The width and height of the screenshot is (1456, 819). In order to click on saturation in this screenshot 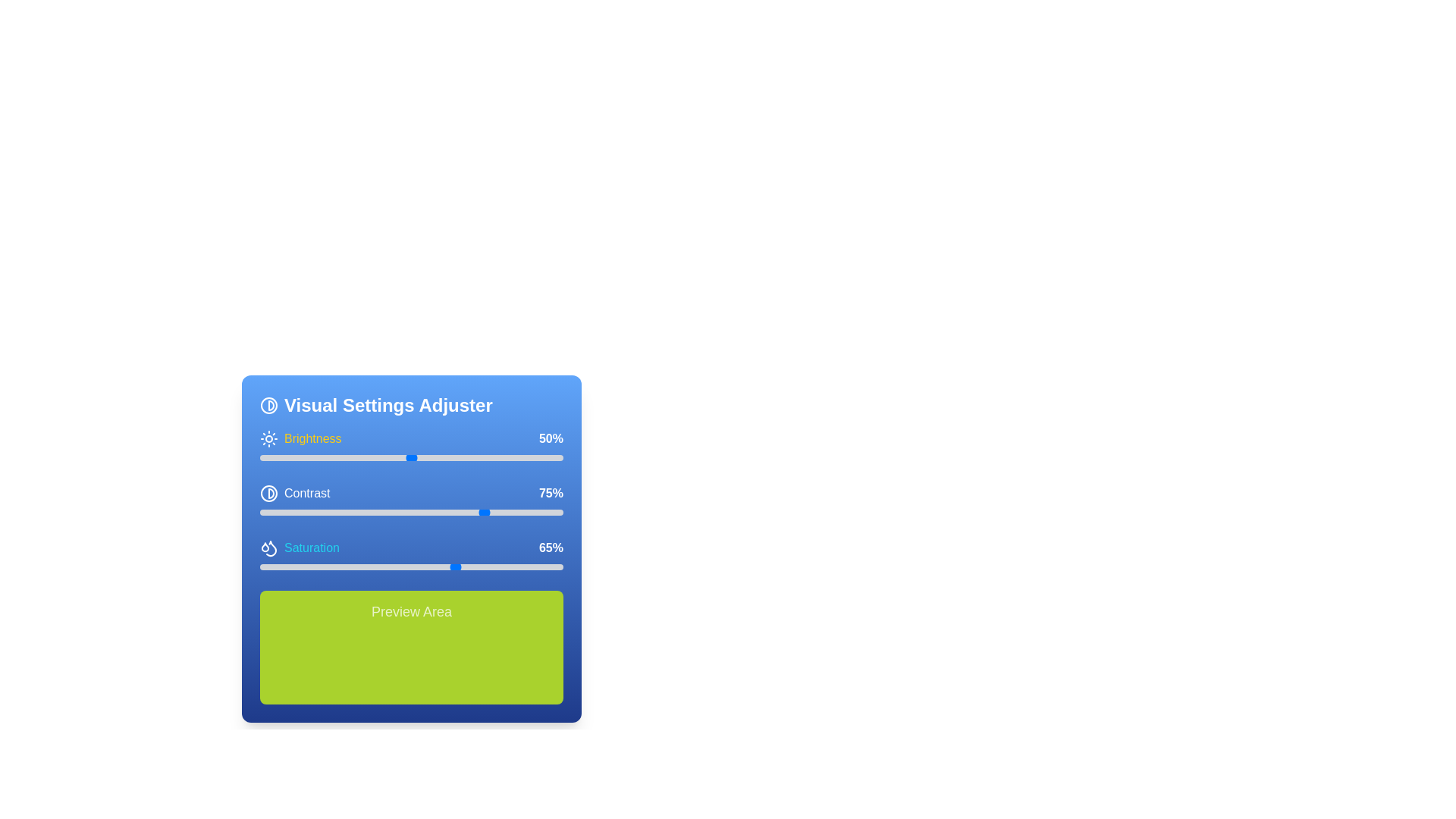, I will do `click(334, 567)`.